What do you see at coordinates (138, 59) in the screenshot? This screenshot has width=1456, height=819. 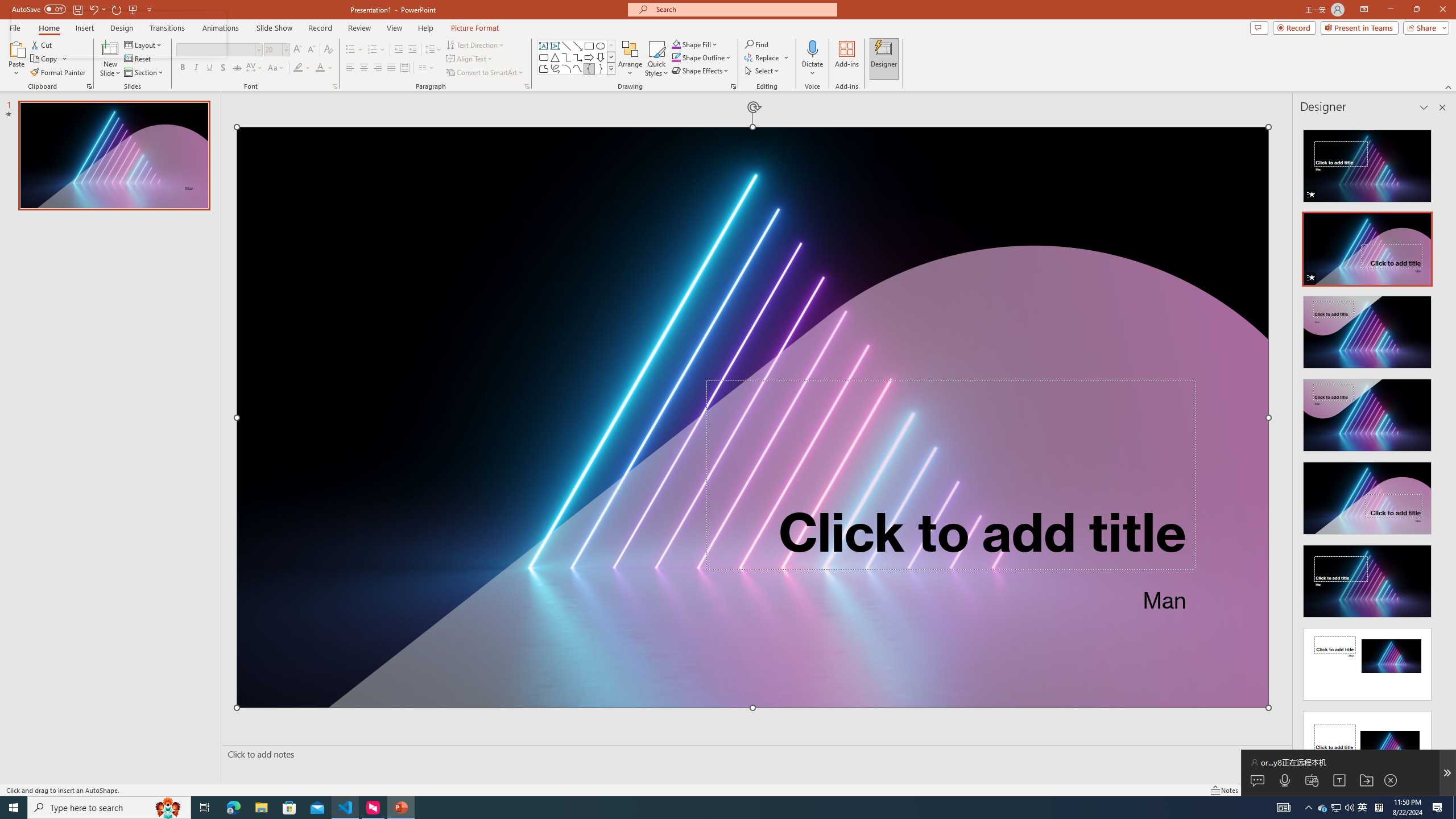 I see `'Reset'` at bounding box center [138, 59].